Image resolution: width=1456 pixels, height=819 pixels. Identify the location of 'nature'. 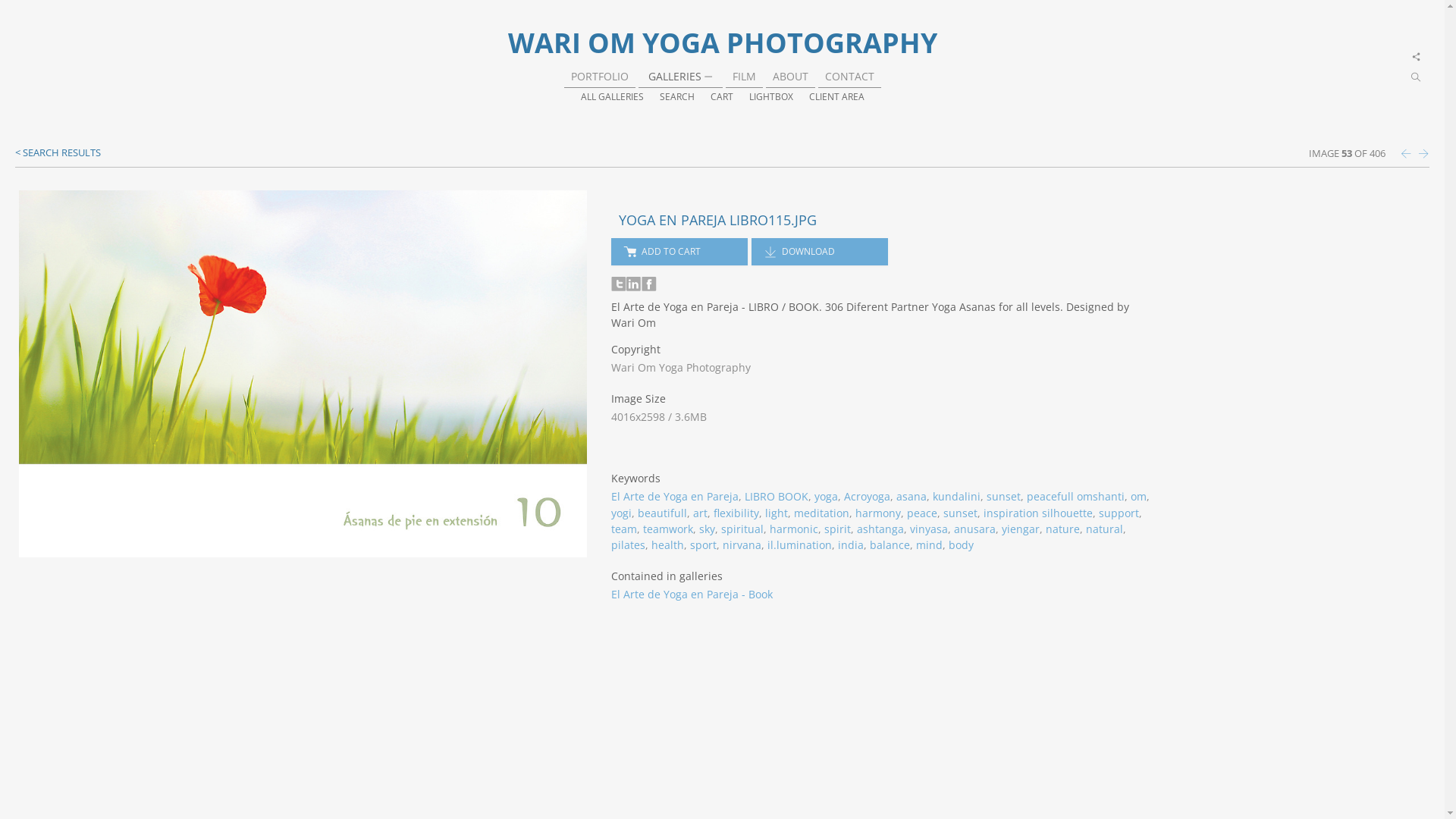
(1062, 528).